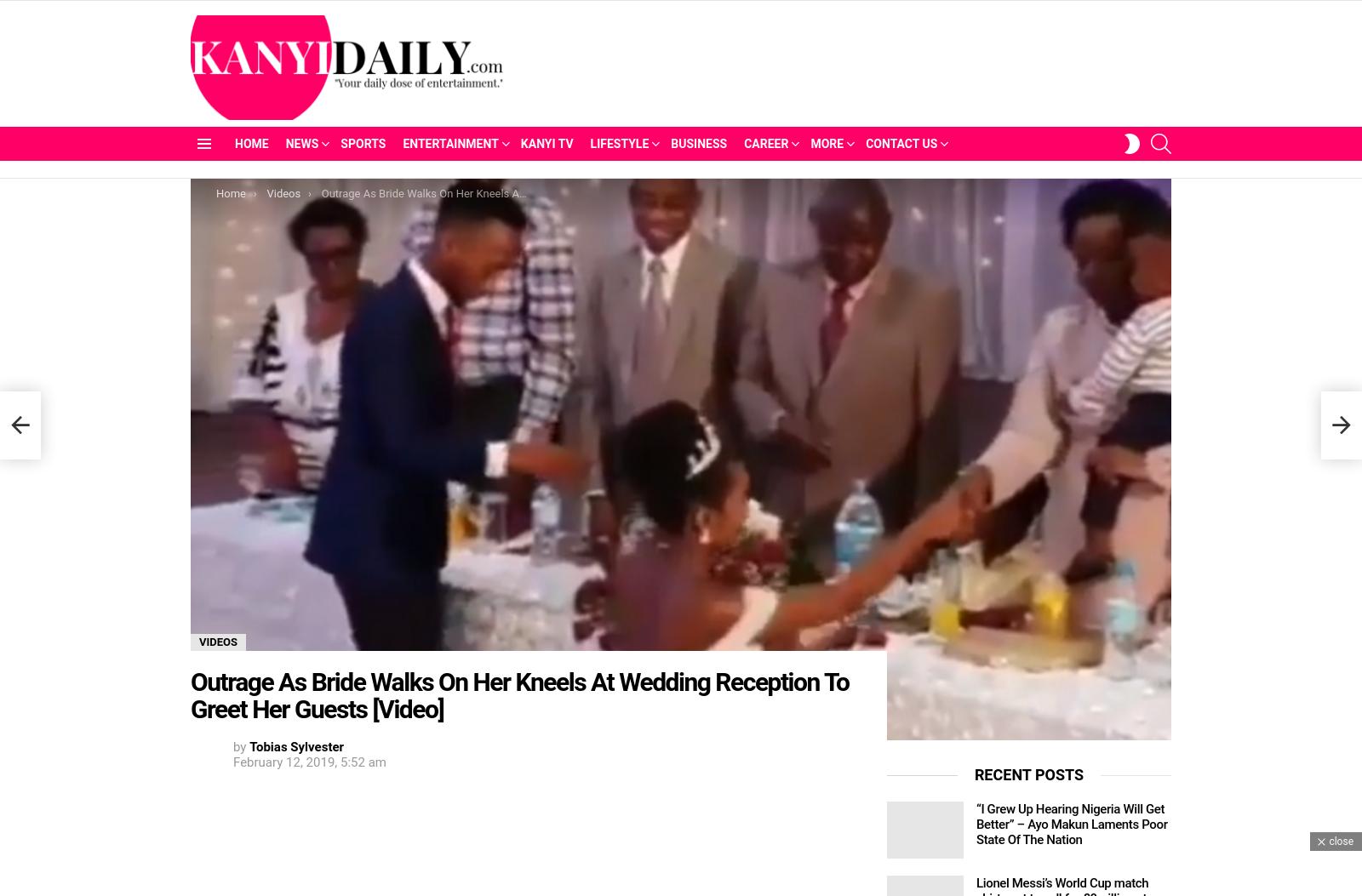 The width and height of the screenshot is (1362, 896). Describe the element at coordinates (826, 271) in the screenshot. I see `'Man On A Mission Monday'` at that location.